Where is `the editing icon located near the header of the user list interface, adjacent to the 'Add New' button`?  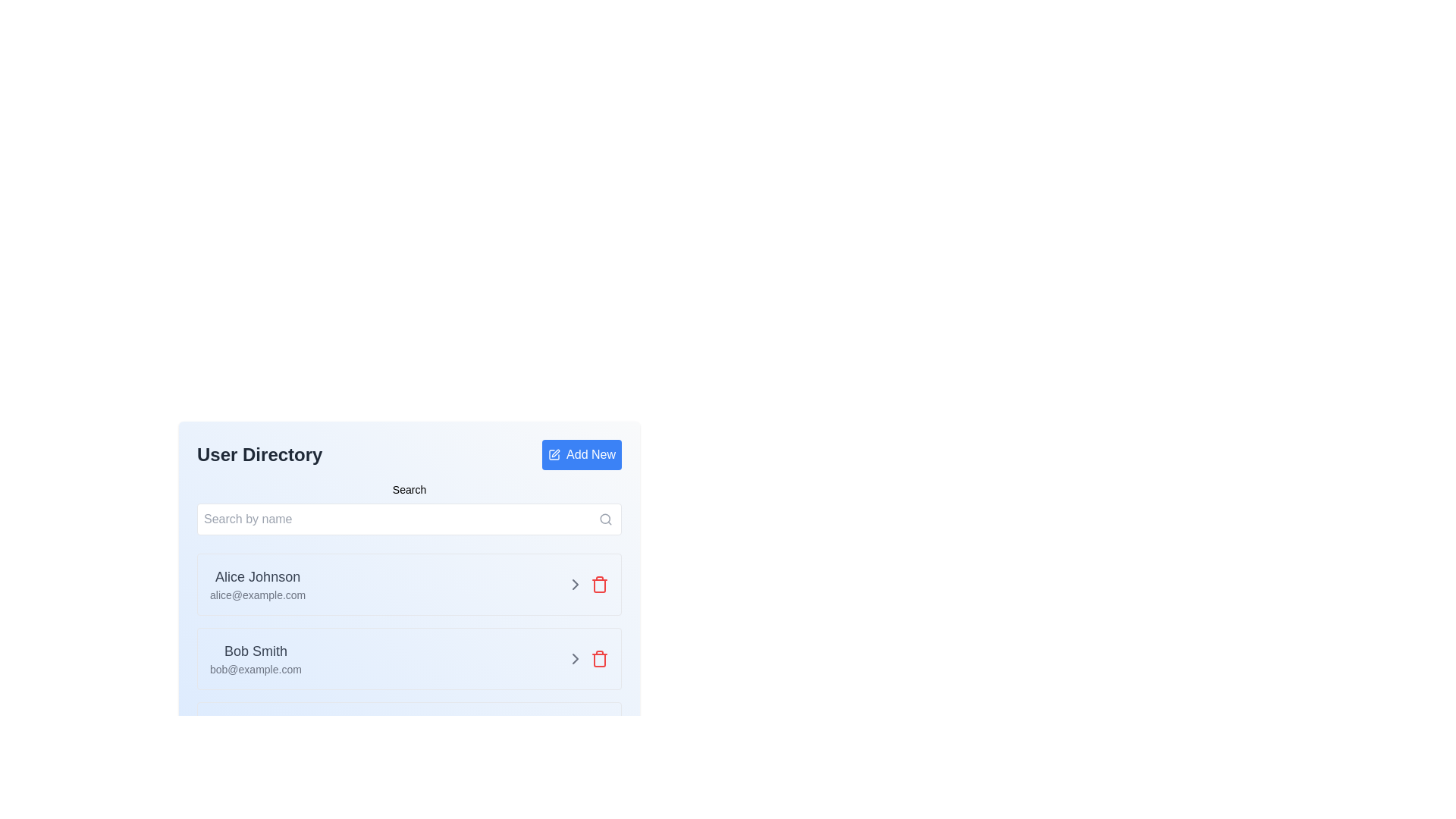 the editing icon located near the header of the user list interface, adjacent to the 'Add New' button is located at coordinates (555, 452).